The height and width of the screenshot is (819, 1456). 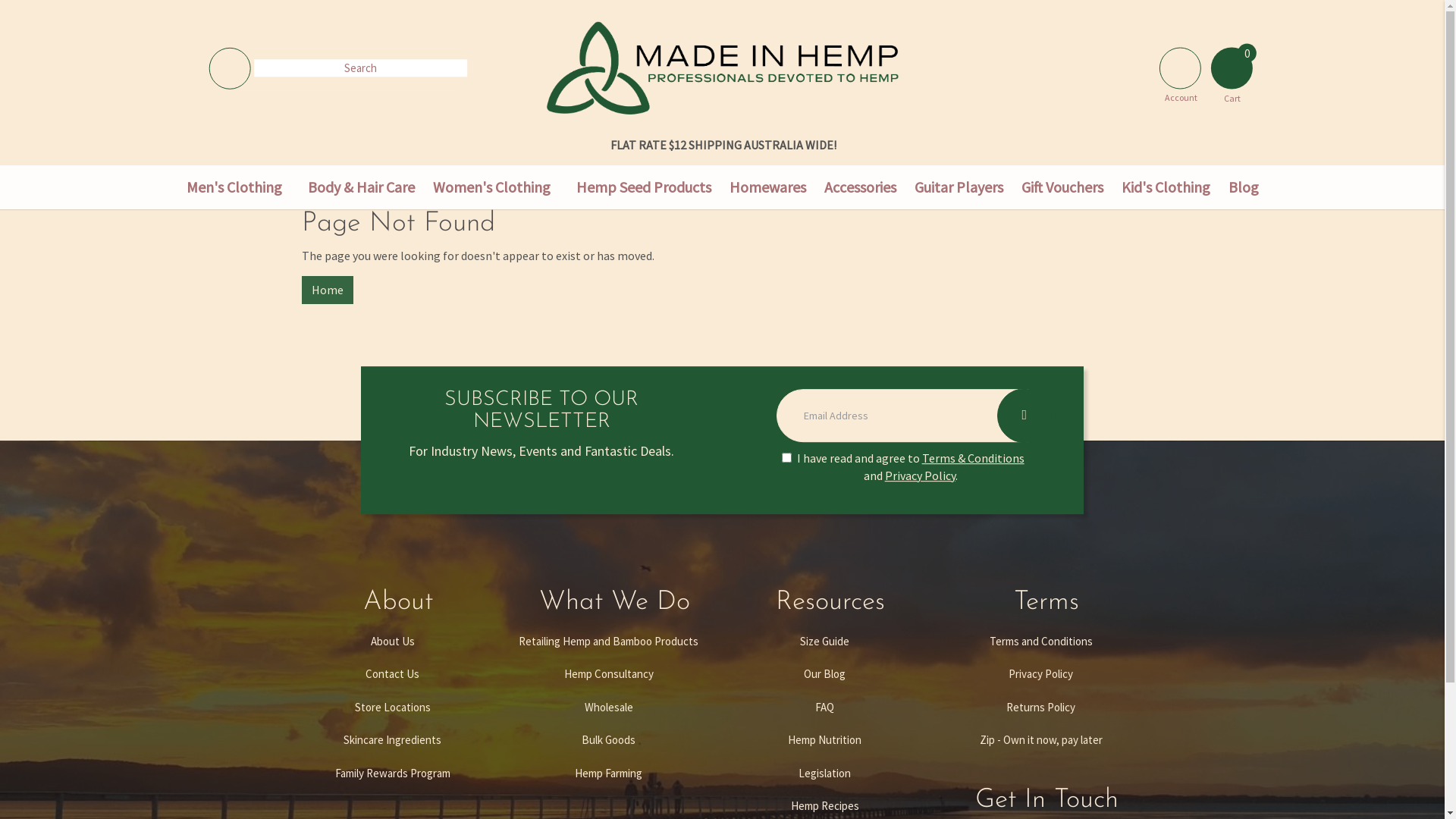 I want to click on 'Made In Hemp Pty Ltd', so click(x=545, y=66).